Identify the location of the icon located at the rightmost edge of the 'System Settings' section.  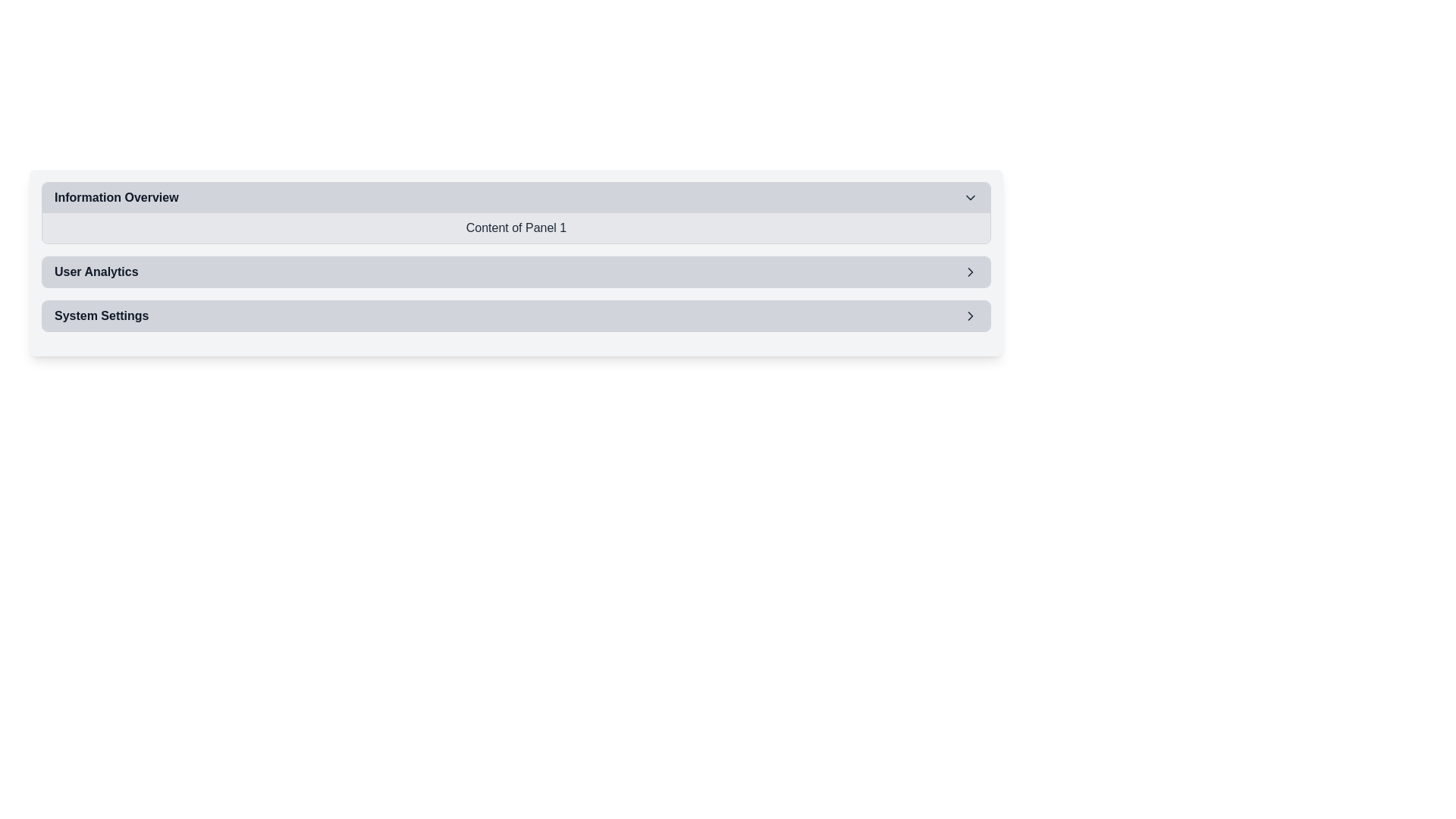
(971, 315).